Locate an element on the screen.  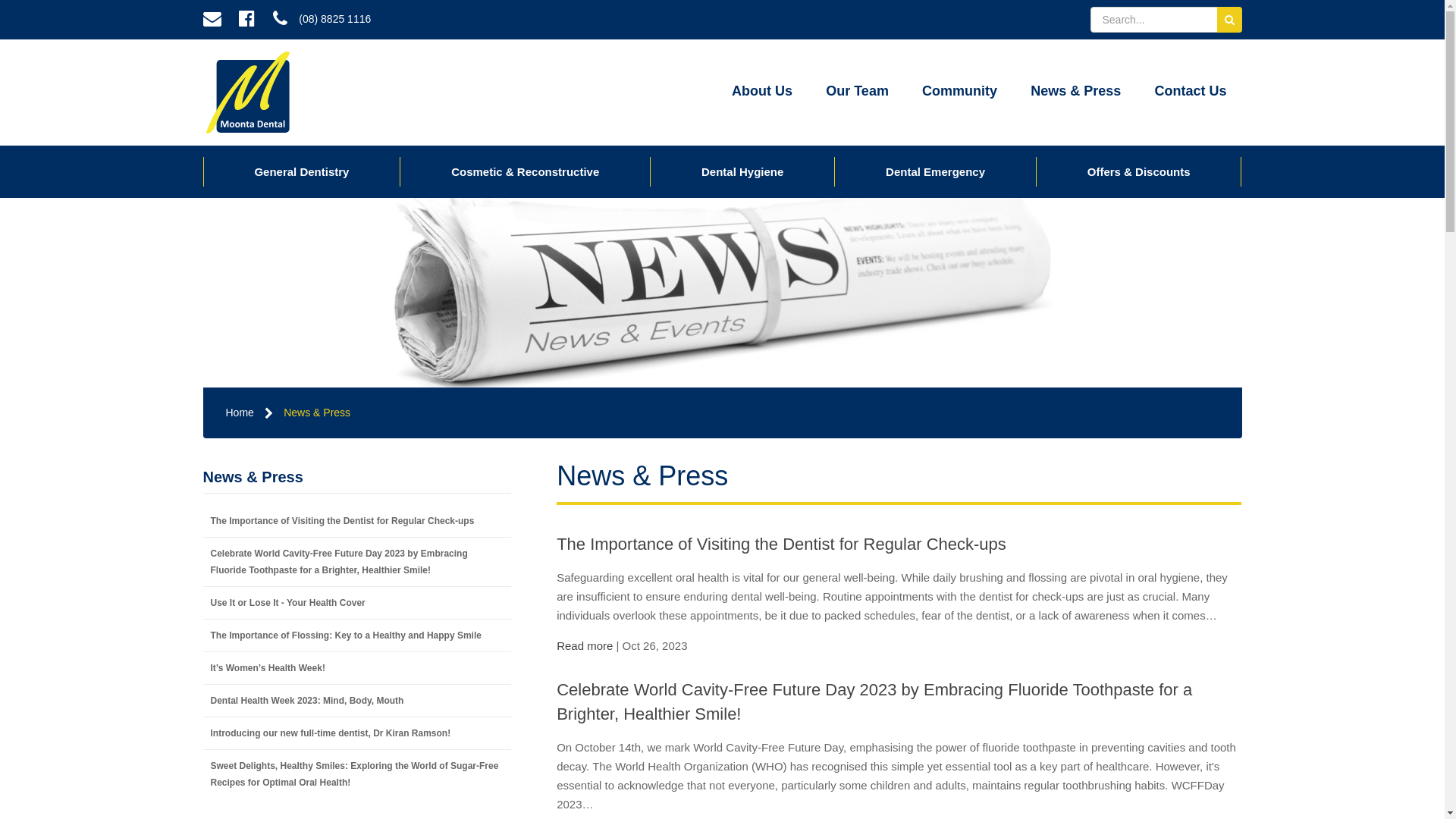
'To our Home page' is located at coordinates (202, 93).